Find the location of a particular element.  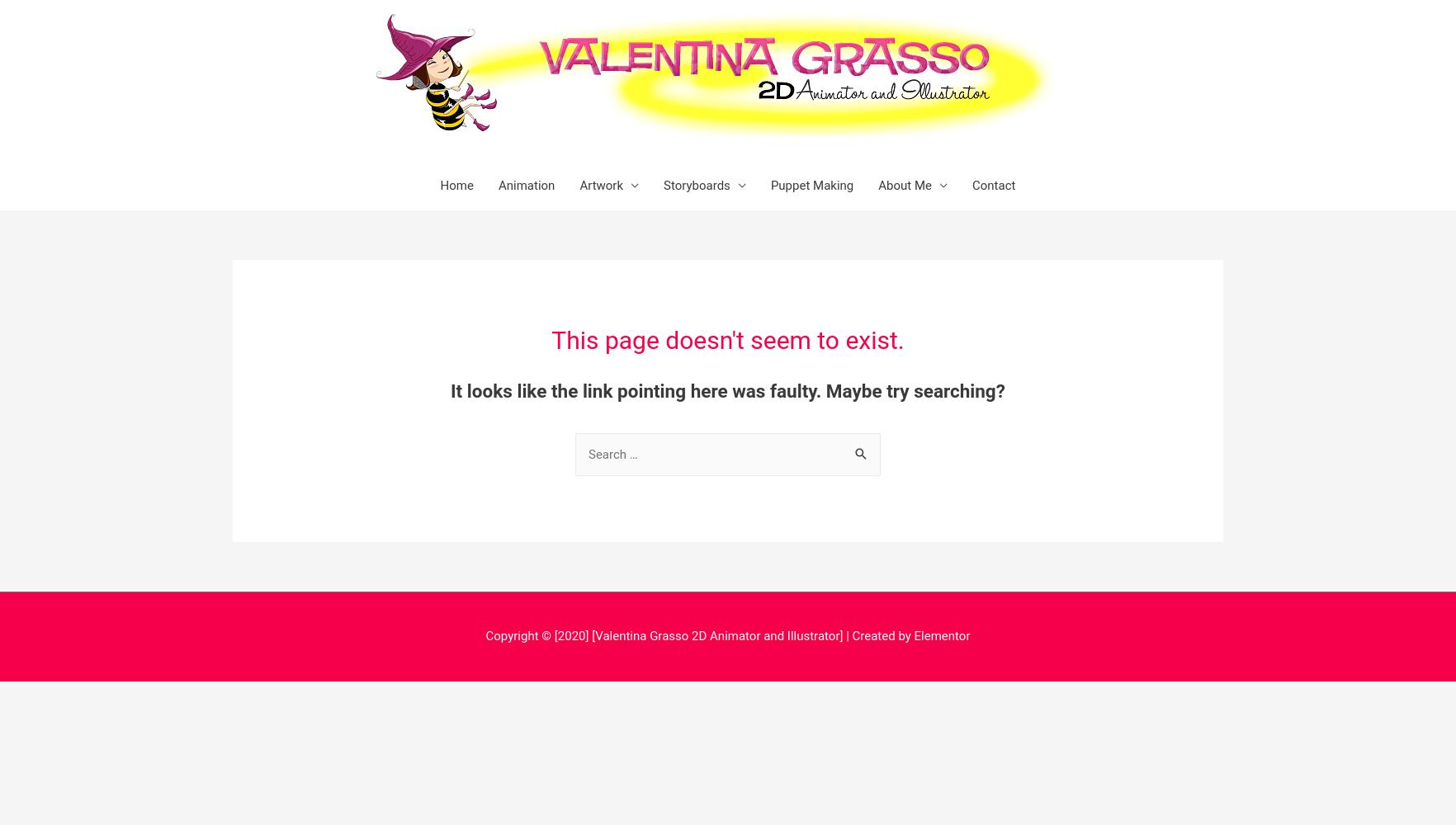

'Storyboards' is located at coordinates (697, 185).